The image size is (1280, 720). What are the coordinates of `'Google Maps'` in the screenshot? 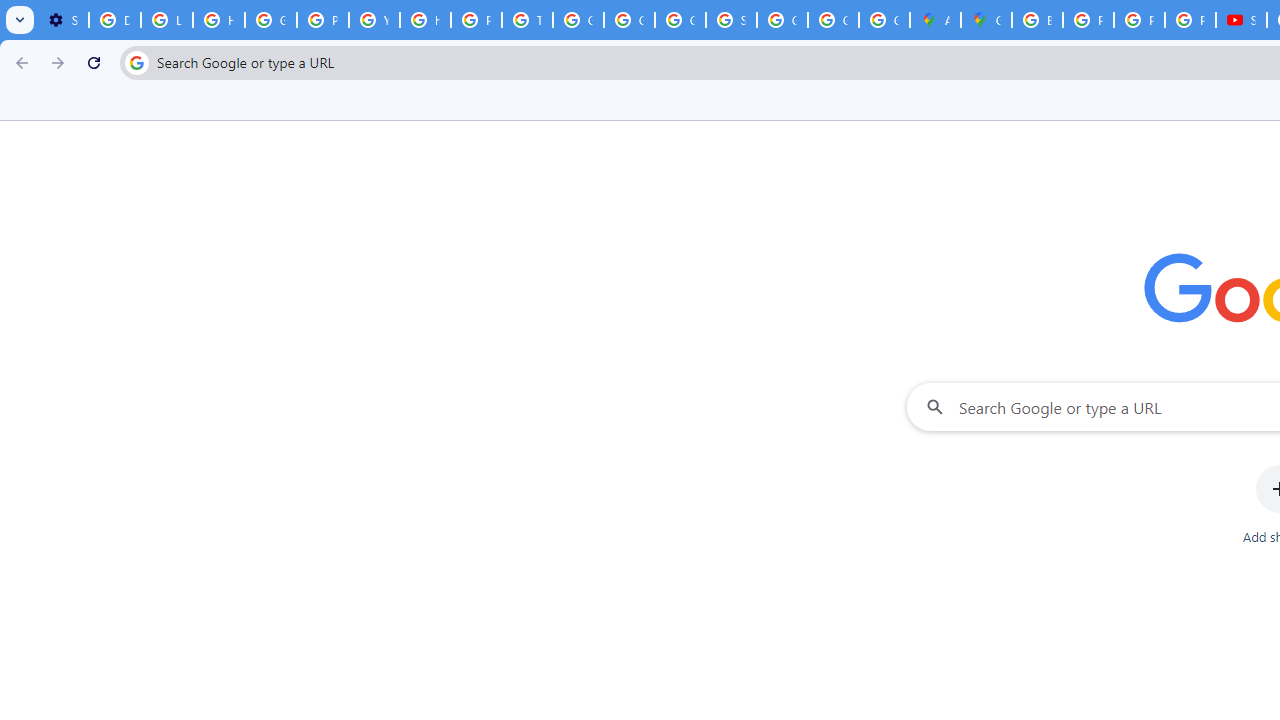 It's located at (986, 20).